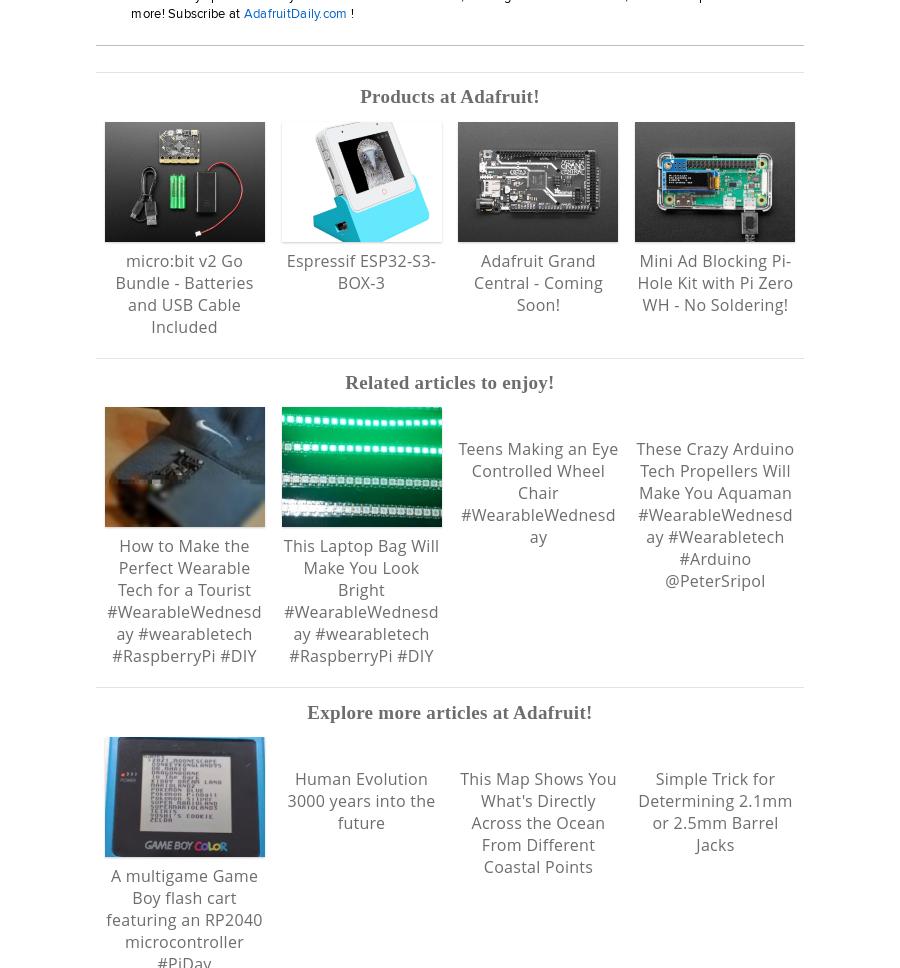 This screenshot has height=968, width=900. Describe the element at coordinates (281, 601) in the screenshot. I see `'This Laptop Bag Will Make You Look Bright #WearableWednesday #wearabletech #RaspberryPi #DIY'` at that location.